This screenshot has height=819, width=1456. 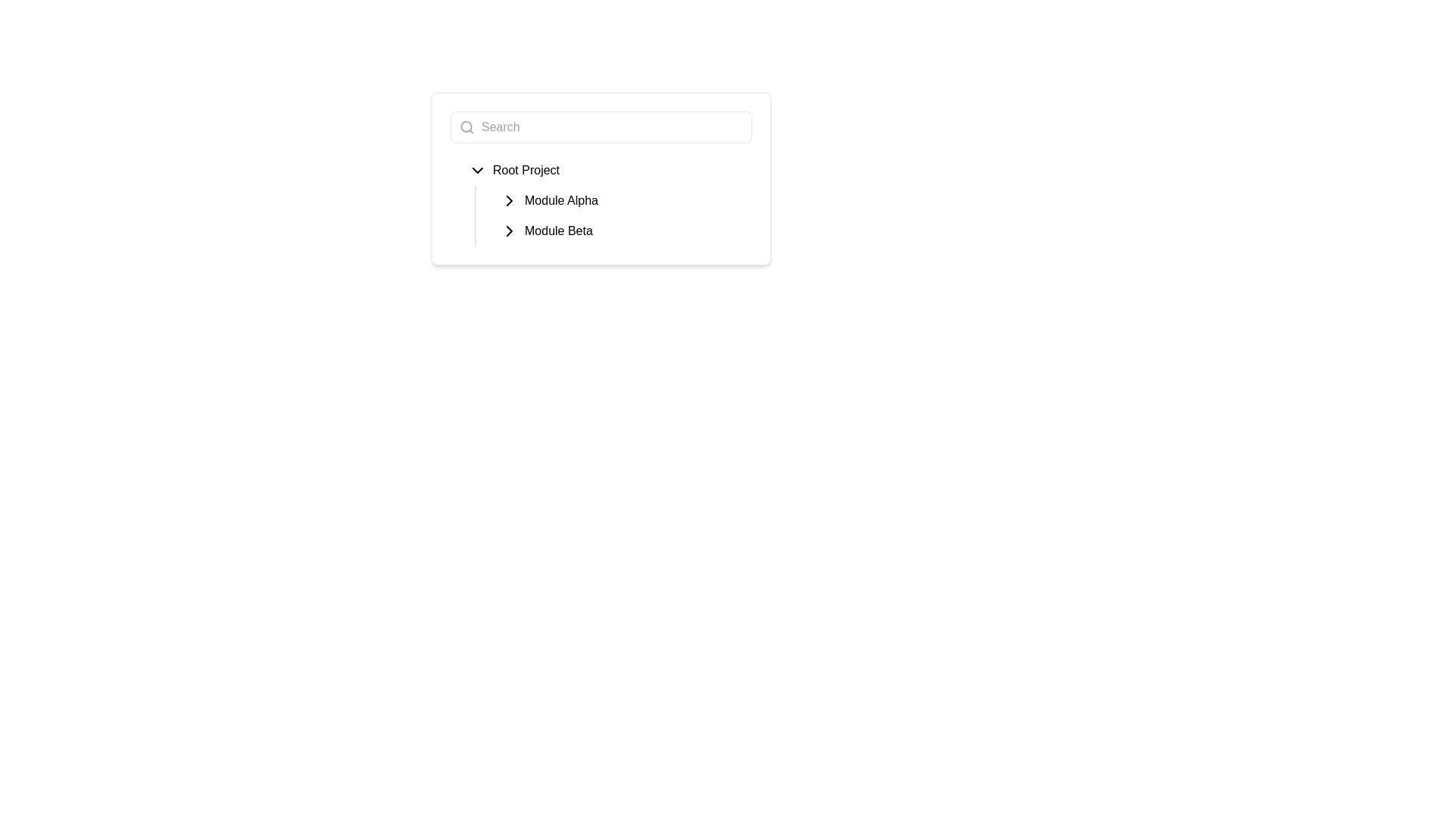 I want to click on the text label or link for 'Module Beta', so click(x=557, y=231).